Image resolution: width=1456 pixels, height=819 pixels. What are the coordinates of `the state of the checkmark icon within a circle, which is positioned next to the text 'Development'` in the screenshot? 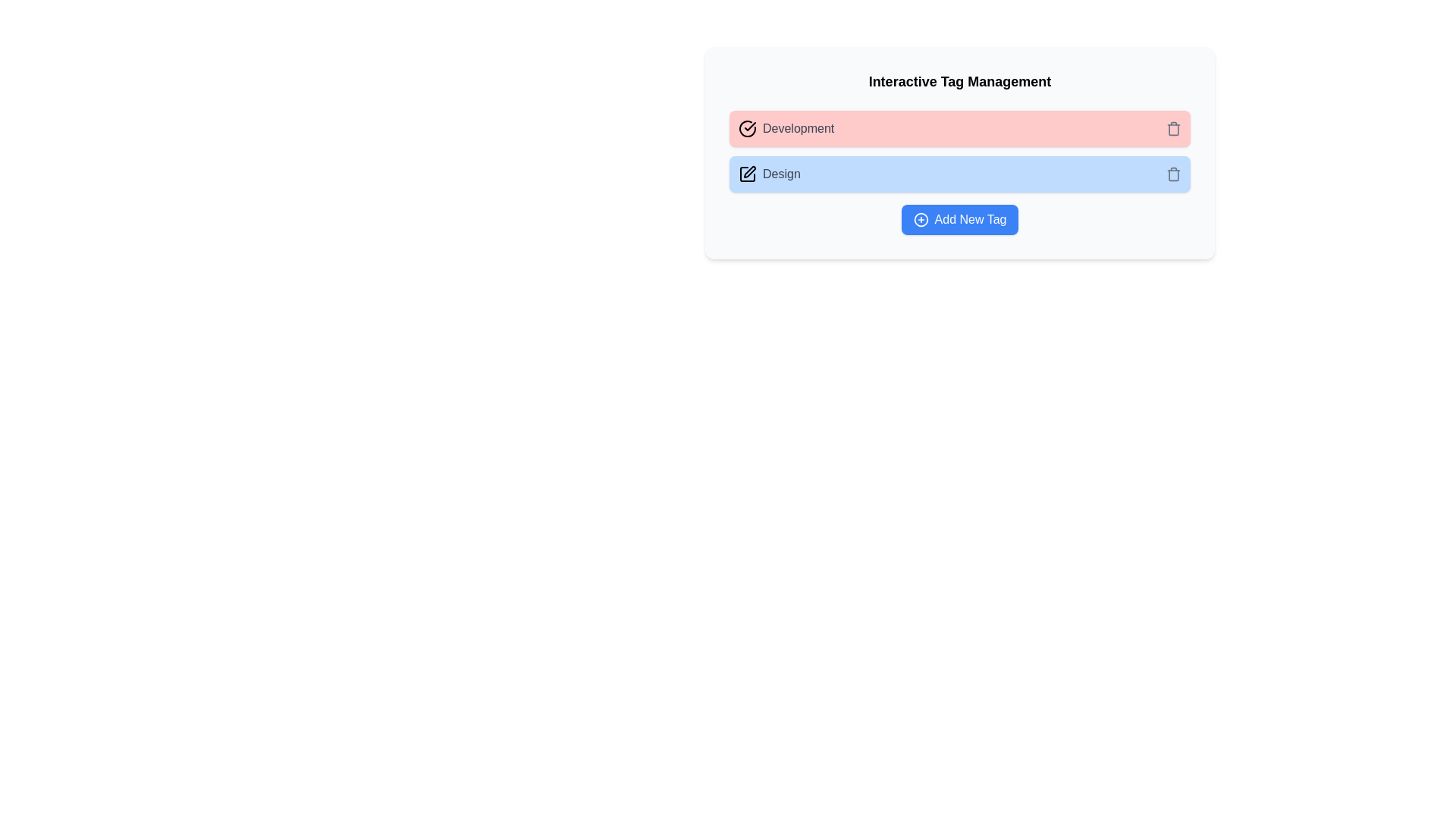 It's located at (747, 127).